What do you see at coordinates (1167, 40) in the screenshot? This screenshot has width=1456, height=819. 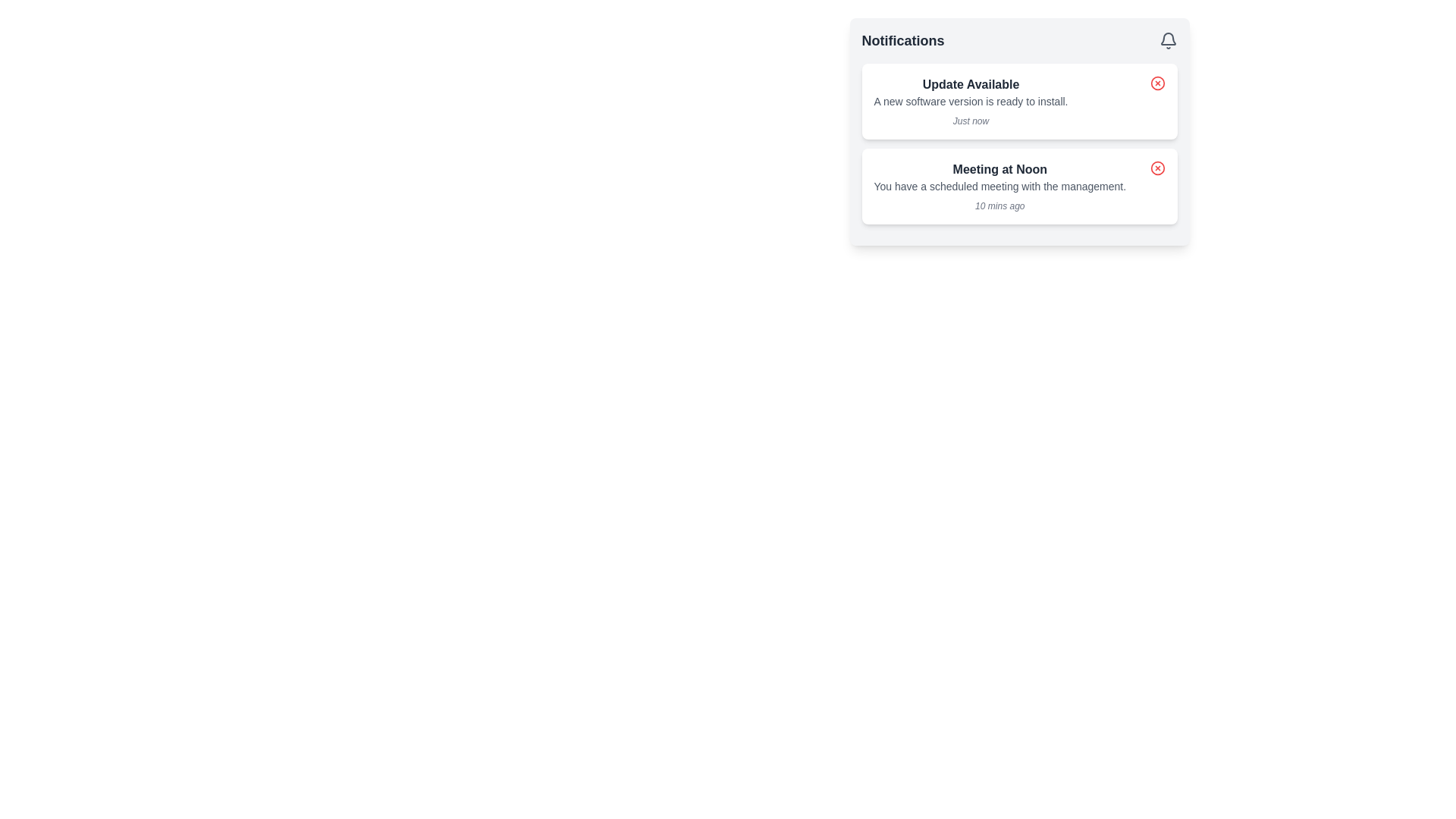 I see `the bell icon located to the far right of the Notifications section header, adjacent to the label text` at bounding box center [1167, 40].